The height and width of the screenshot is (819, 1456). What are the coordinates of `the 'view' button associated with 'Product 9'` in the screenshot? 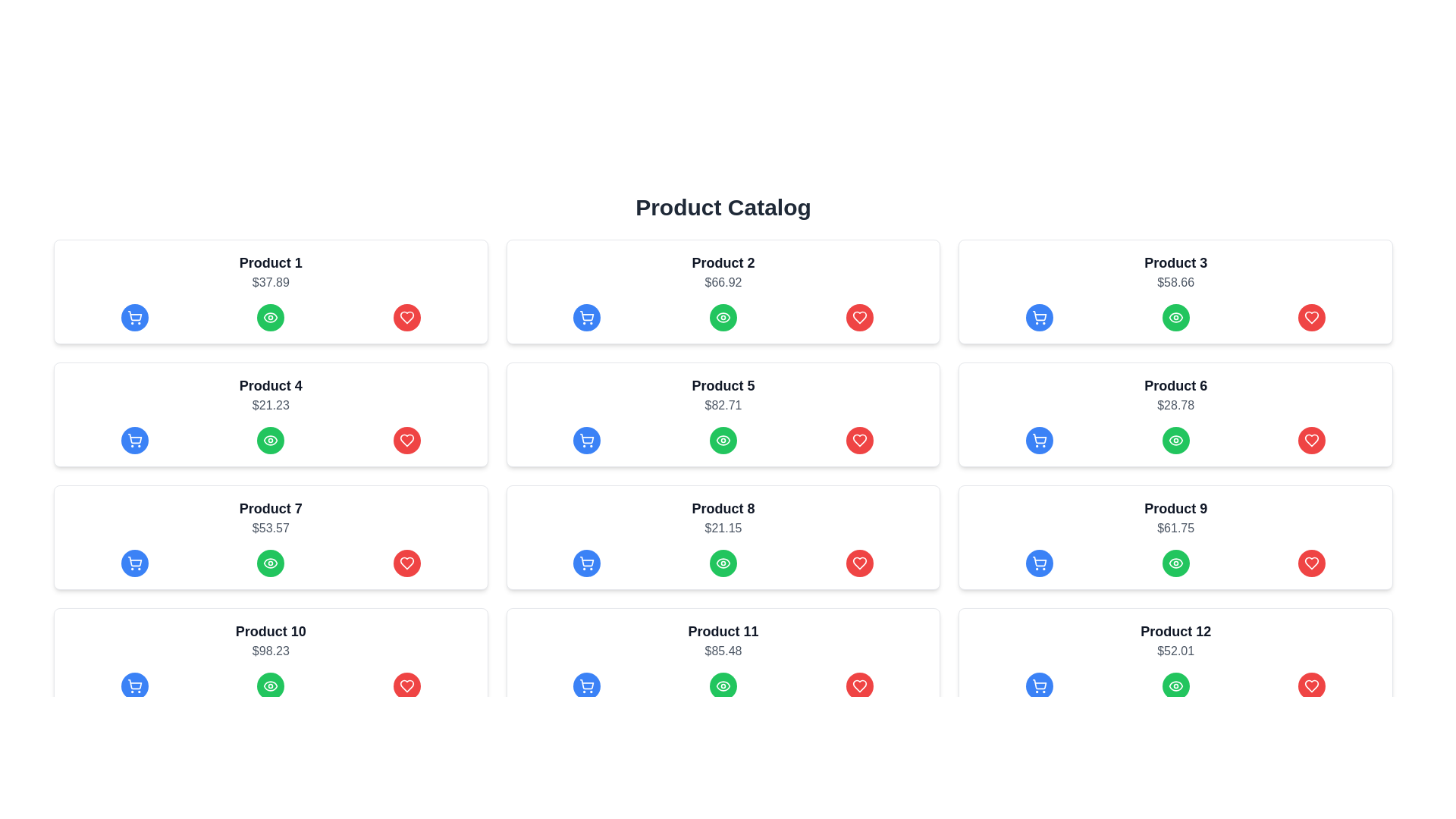 It's located at (1175, 563).